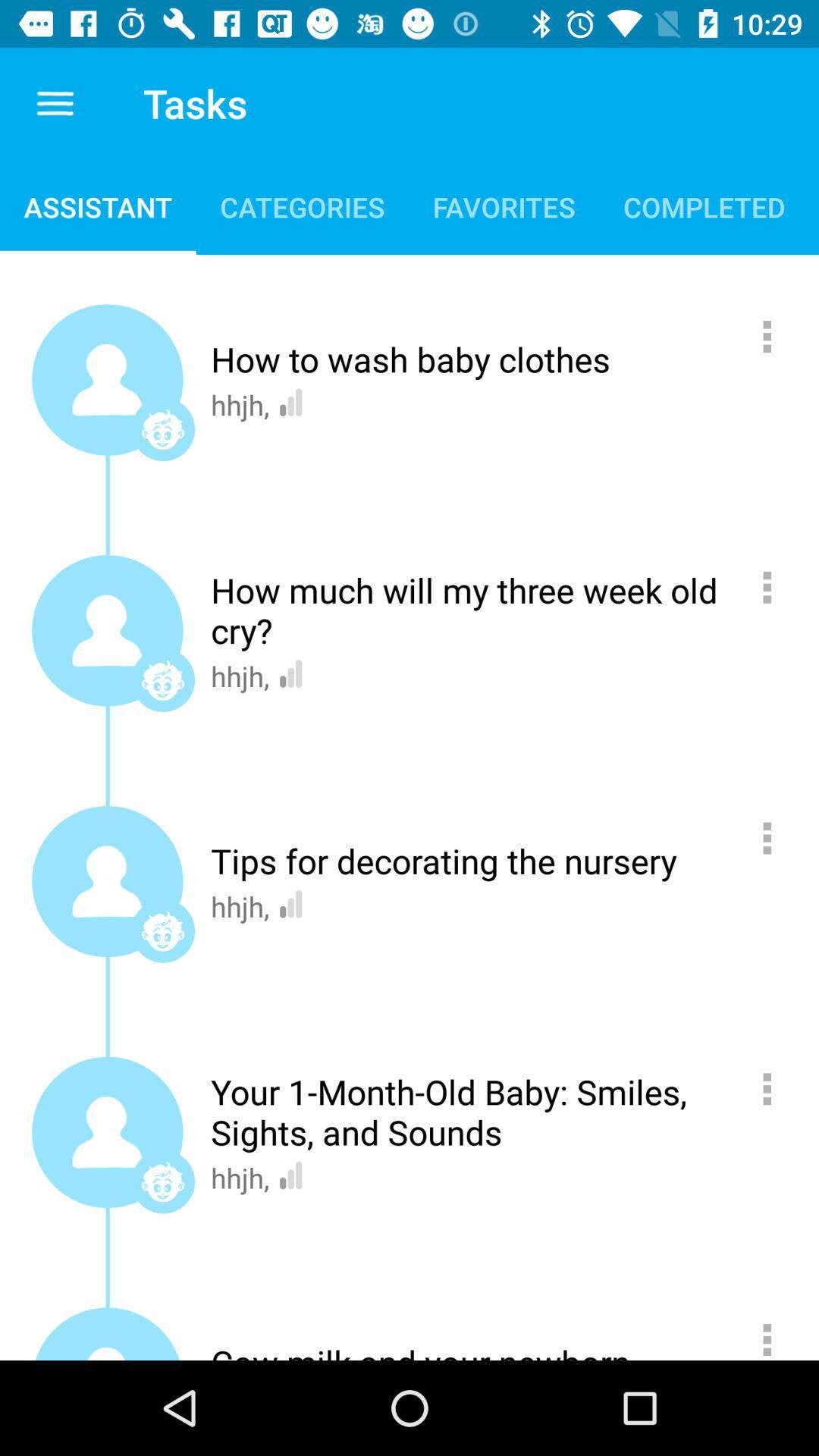  What do you see at coordinates (55, 102) in the screenshot?
I see `icon above assistant item` at bounding box center [55, 102].